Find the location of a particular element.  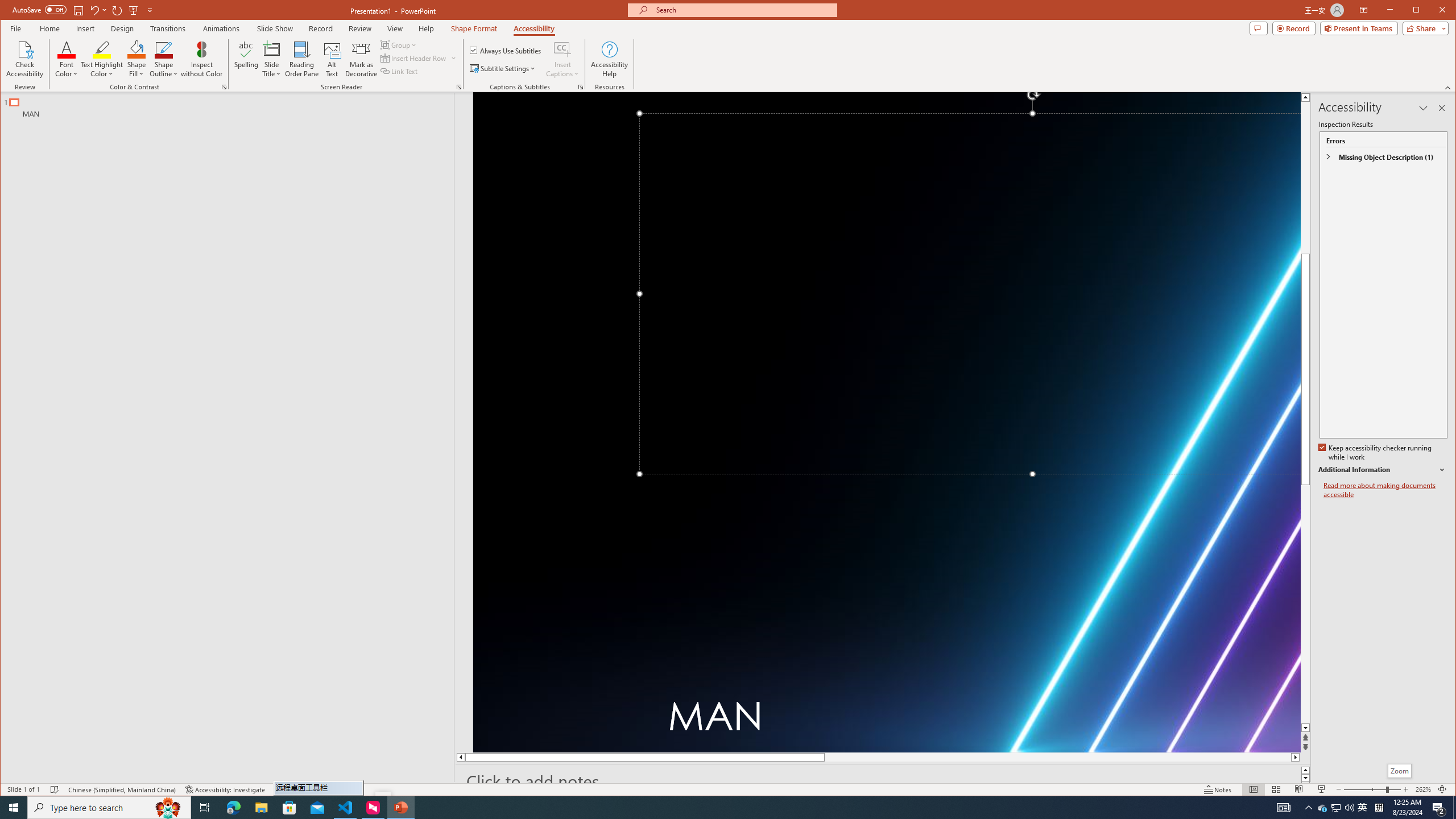

'Start' is located at coordinates (14, 806).